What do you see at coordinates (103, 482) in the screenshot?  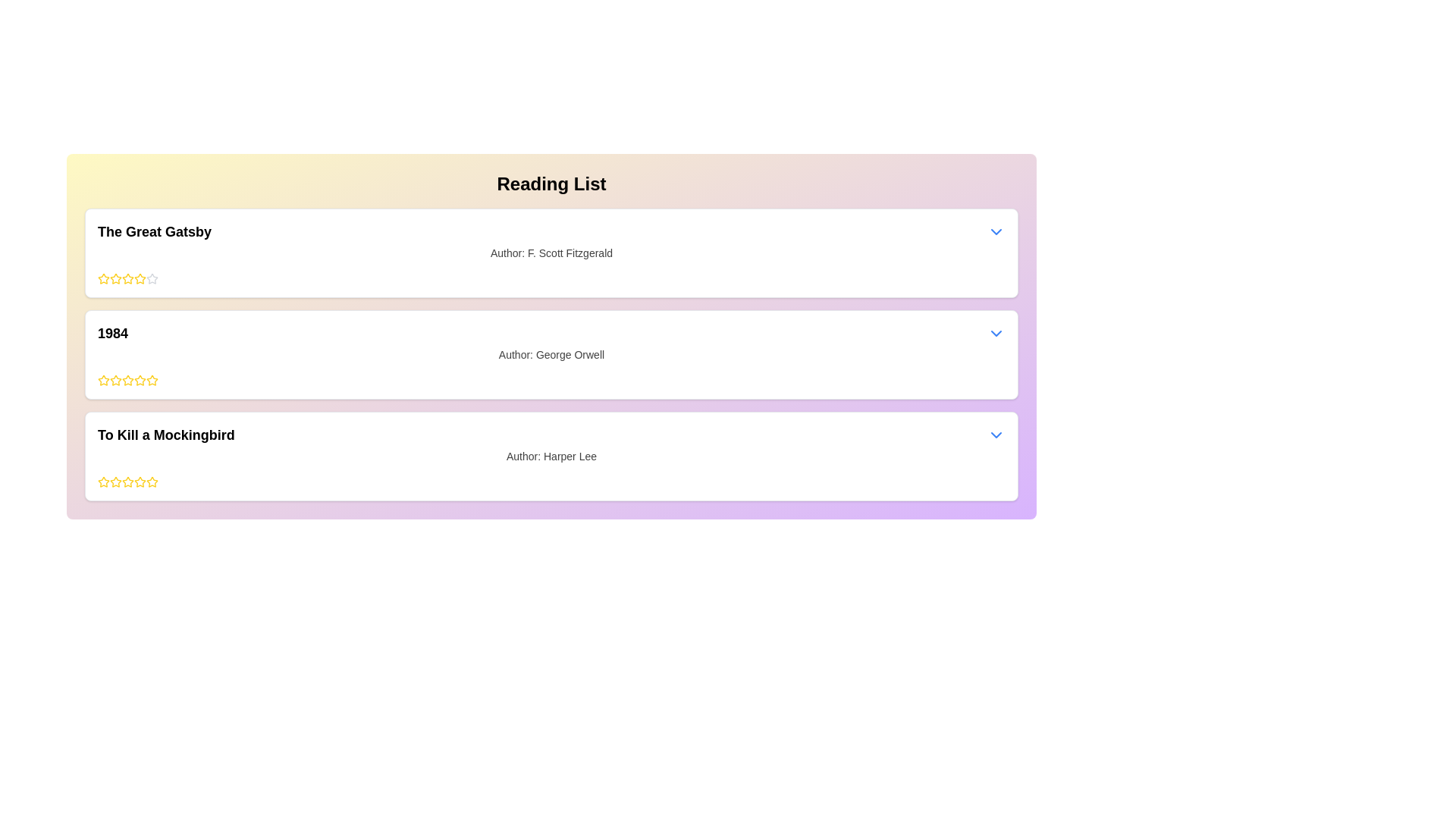 I see `the yellow star-shaped icon representing one point of the rating system located under the title 'To Kill a Mockingbird'` at bounding box center [103, 482].